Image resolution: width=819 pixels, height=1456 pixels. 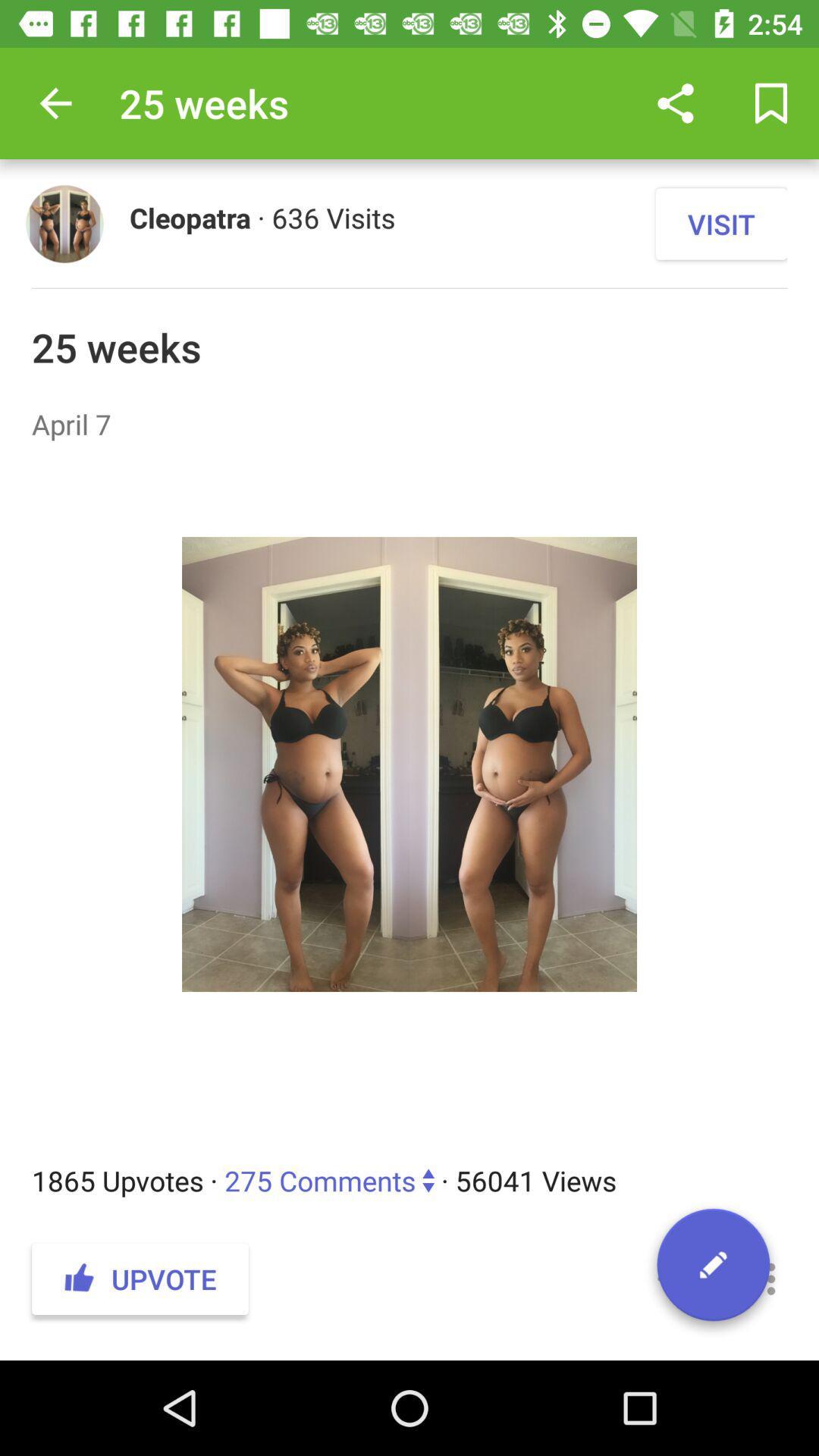 What do you see at coordinates (409, 802) in the screenshot?
I see `item below april 7 icon` at bounding box center [409, 802].